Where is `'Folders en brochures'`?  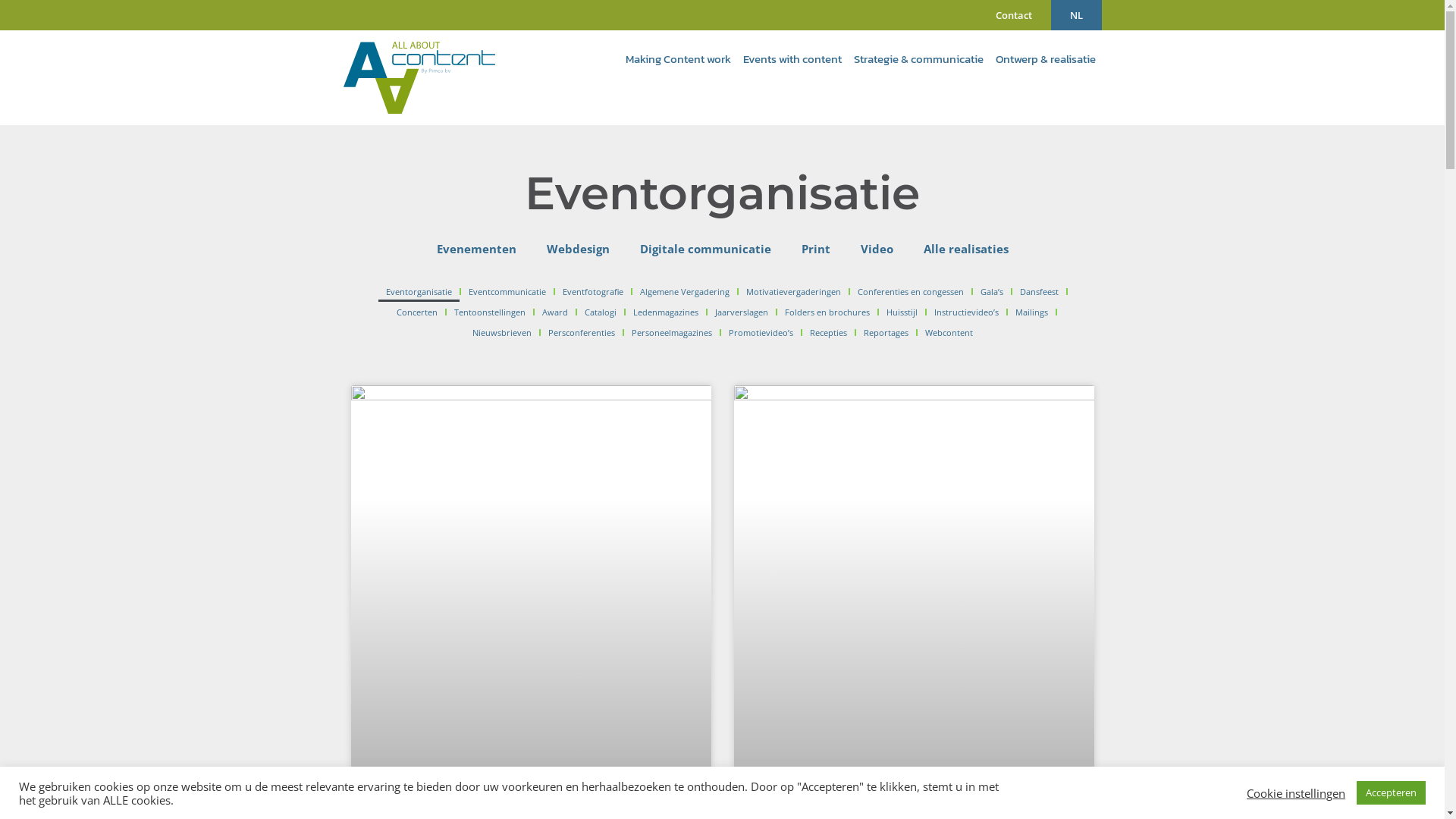
'Folders en brochures' is located at coordinates (825, 312).